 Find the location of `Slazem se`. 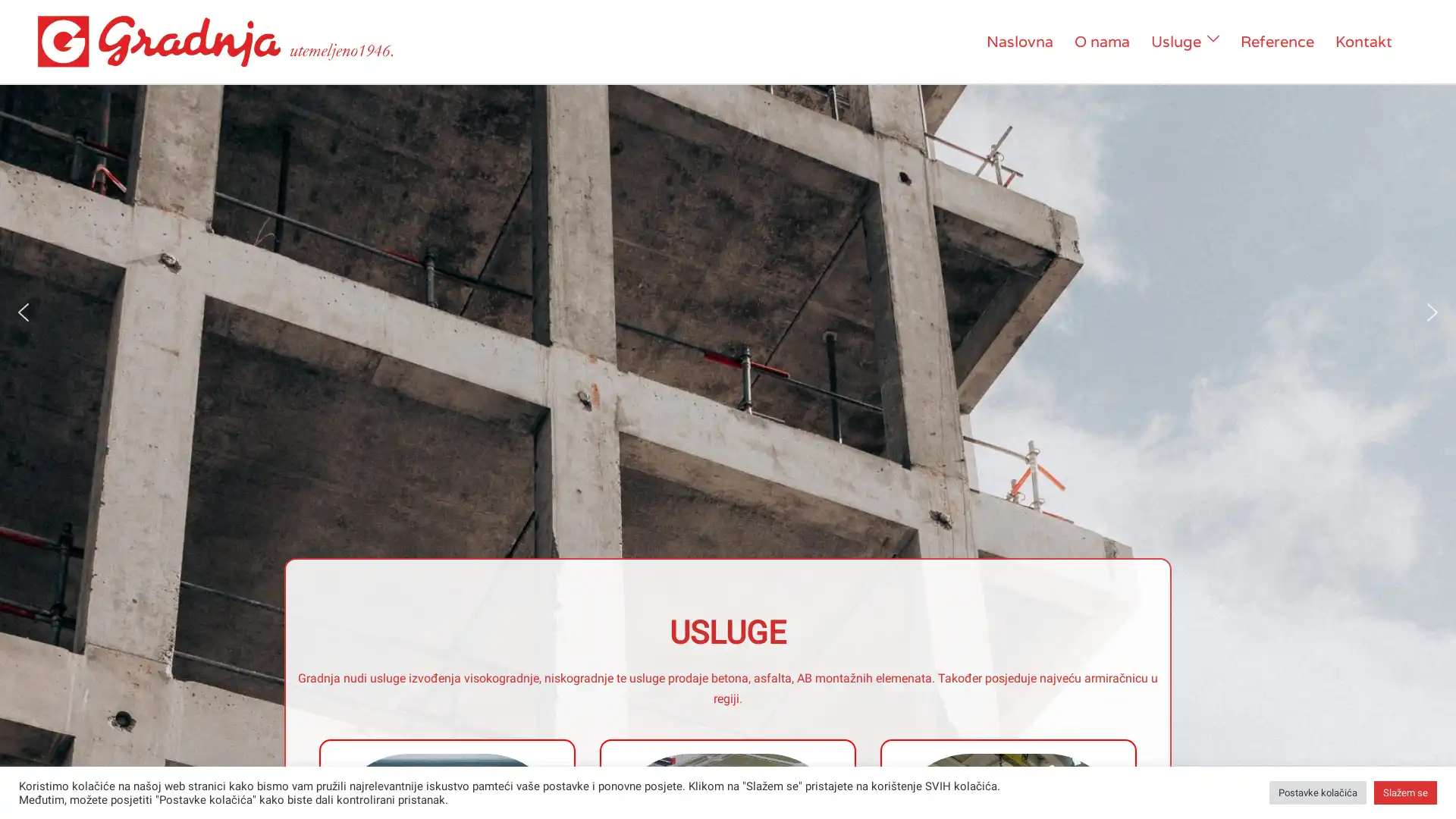

Slazem se is located at coordinates (1404, 792).